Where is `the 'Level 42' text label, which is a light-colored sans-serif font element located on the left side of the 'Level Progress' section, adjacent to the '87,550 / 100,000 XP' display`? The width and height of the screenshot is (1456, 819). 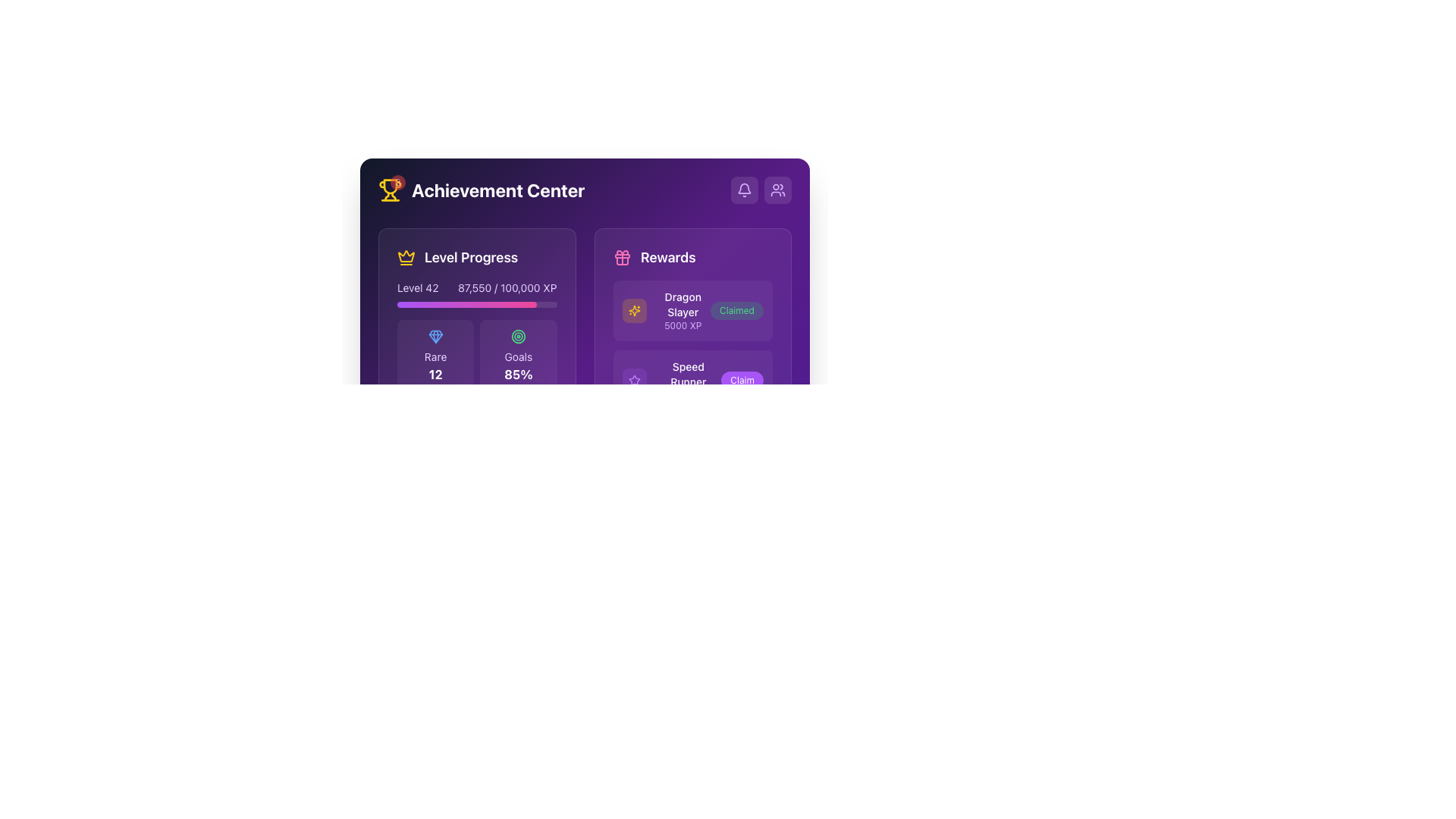 the 'Level 42' text label, which is a light-colored sans-serif font element located on the left side of the 'Level Progress' section, adjacent to the '87,550 / 100,000 XP' display is located at coordinates (418, 288).